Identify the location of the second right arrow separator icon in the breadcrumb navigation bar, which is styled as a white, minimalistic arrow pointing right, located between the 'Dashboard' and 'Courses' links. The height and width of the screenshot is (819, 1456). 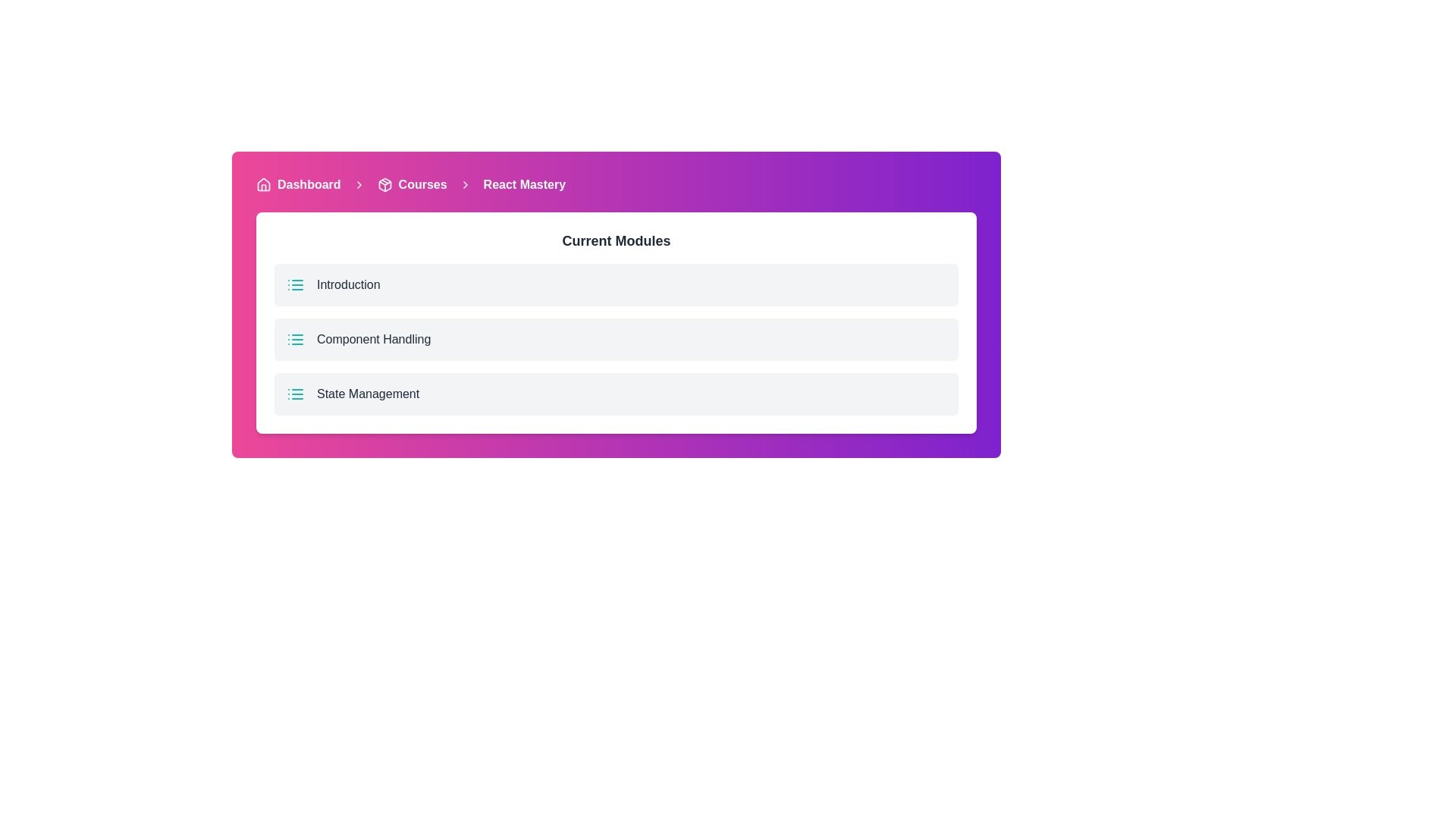
(358, 184).